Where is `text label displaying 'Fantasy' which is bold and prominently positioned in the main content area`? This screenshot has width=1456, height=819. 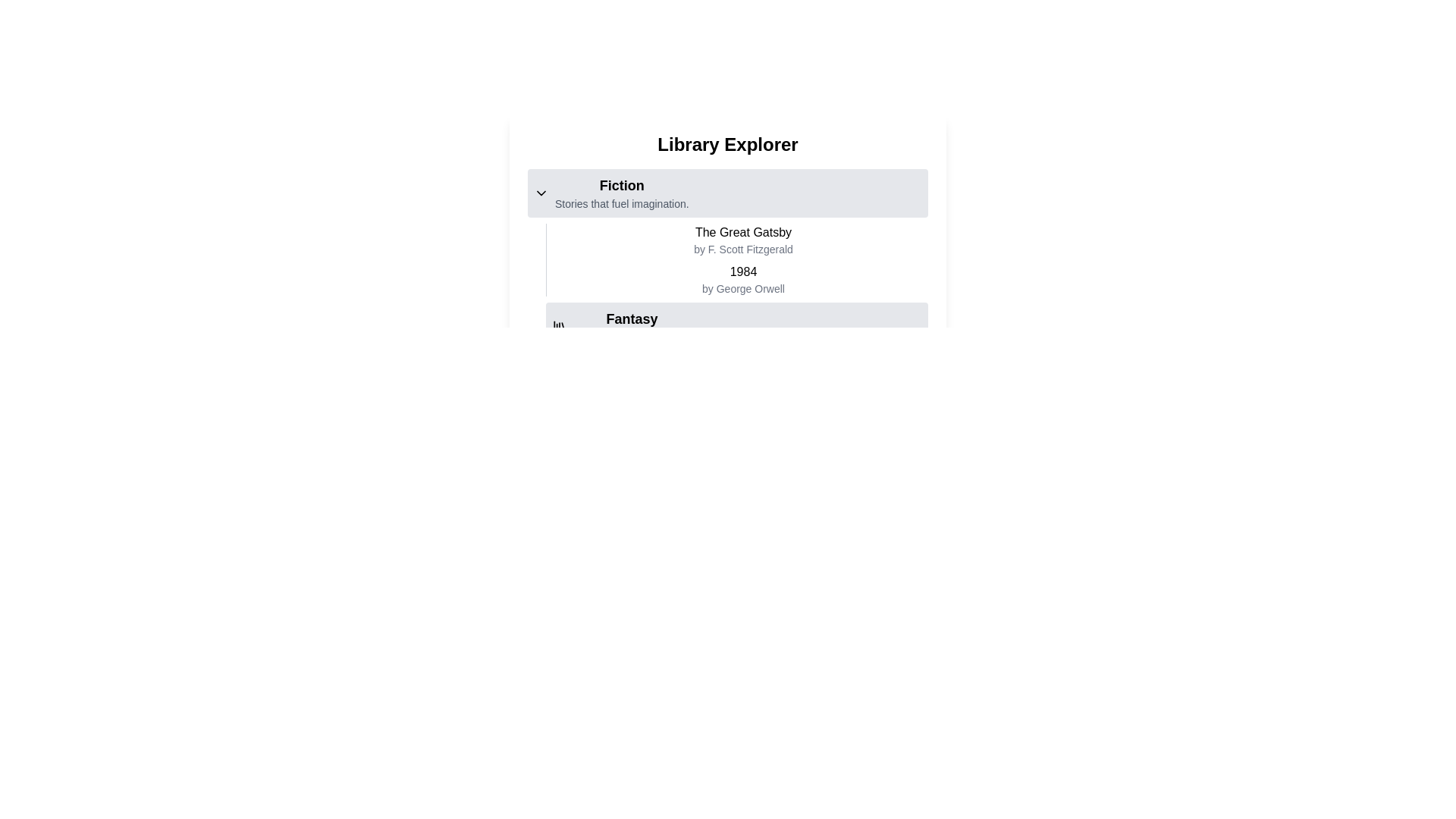 text label displaying 'Fantasy' which is bold and prominently positioned in the main content area is located at coordinates (632, 318).